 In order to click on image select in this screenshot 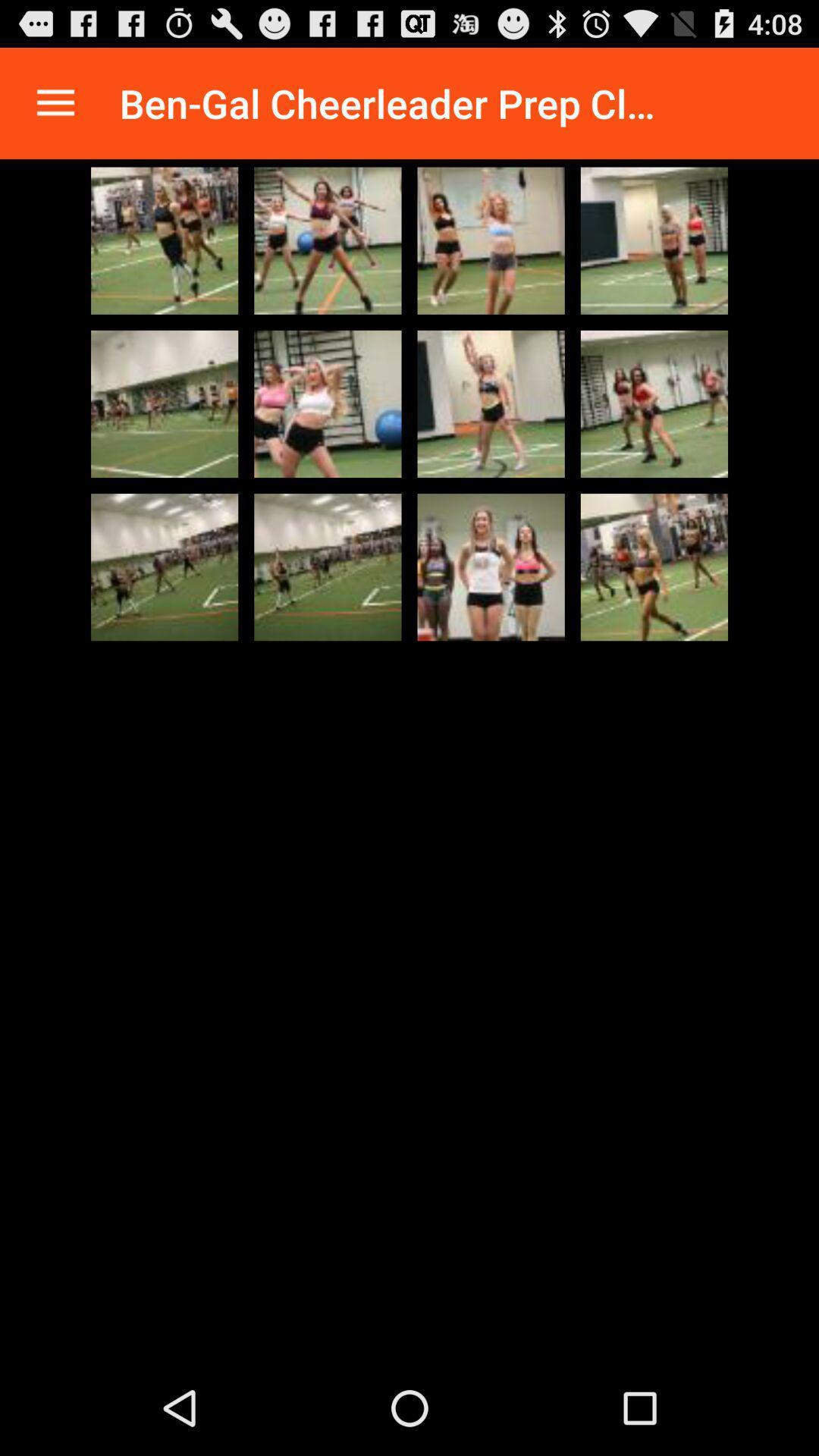, I will do `click(165, 240)`.